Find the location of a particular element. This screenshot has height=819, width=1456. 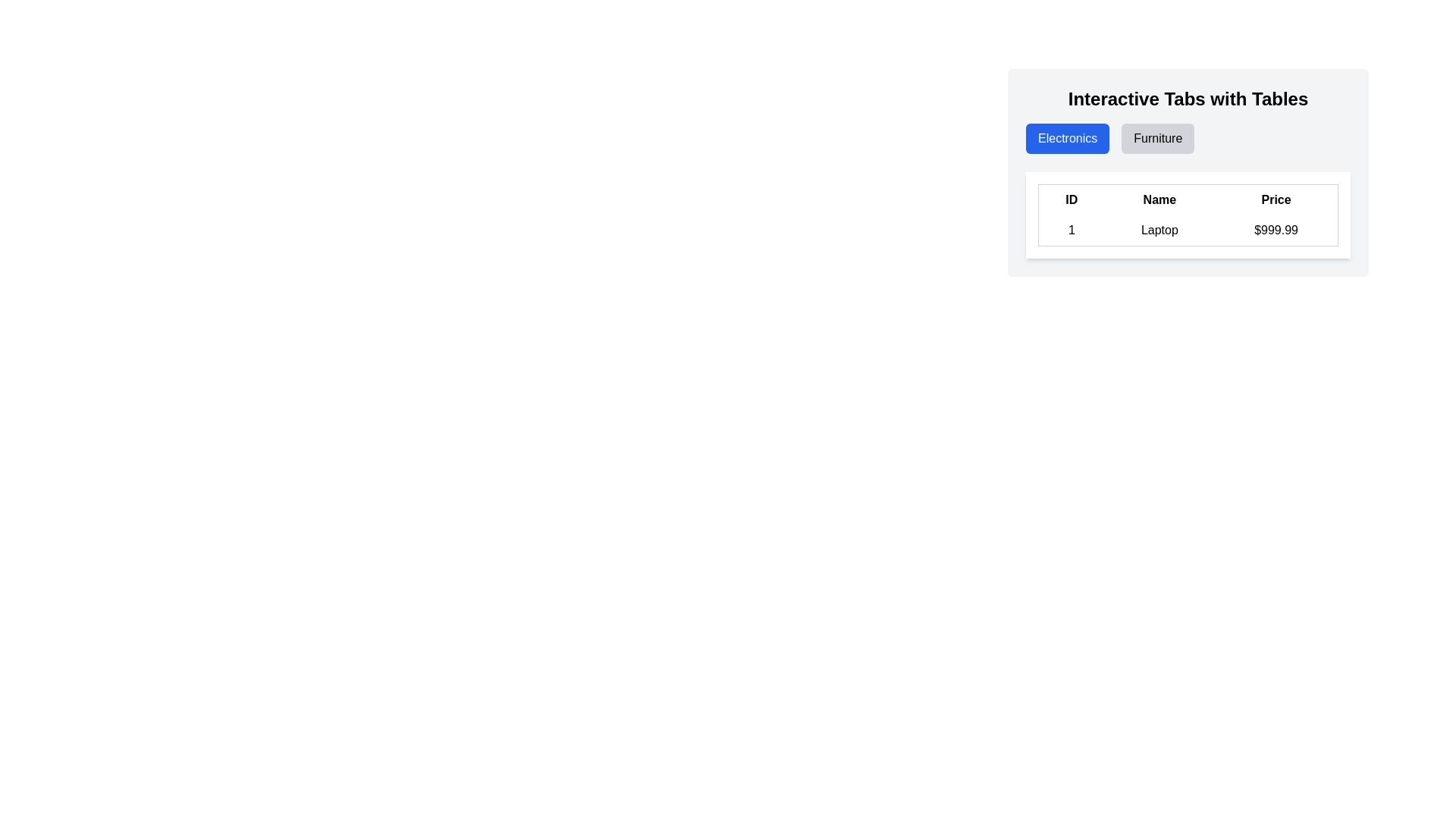

the 'Furniture' tab, which is the second tab in a horizontal row of tabs for navigating or filtering content is located at coordinates (1157, 138).